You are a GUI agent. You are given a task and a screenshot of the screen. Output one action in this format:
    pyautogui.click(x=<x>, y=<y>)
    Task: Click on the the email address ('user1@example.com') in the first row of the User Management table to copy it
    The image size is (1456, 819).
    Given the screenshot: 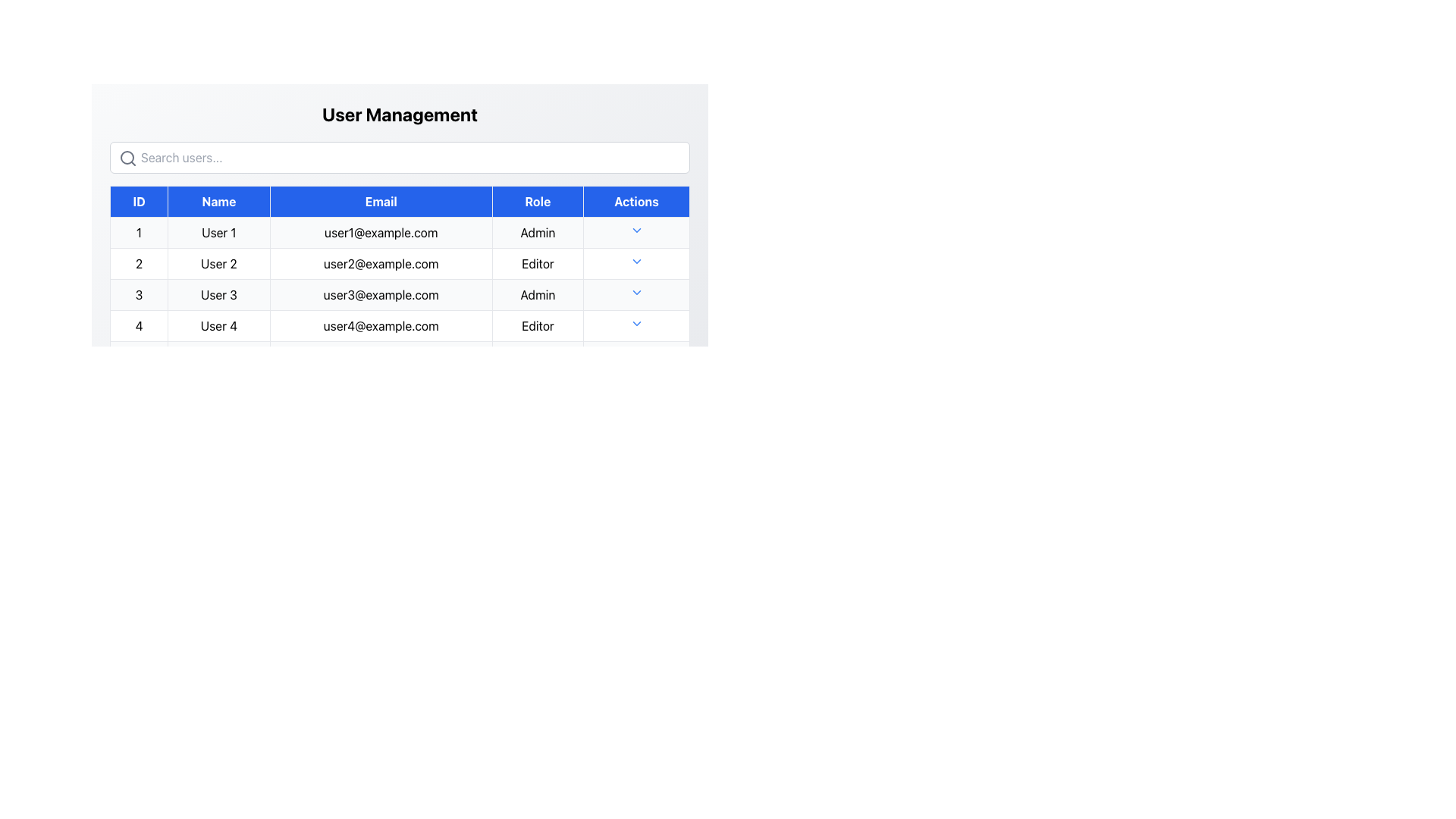 What is the action you would take?
    pyautogui.click(x=400, y=233)
    